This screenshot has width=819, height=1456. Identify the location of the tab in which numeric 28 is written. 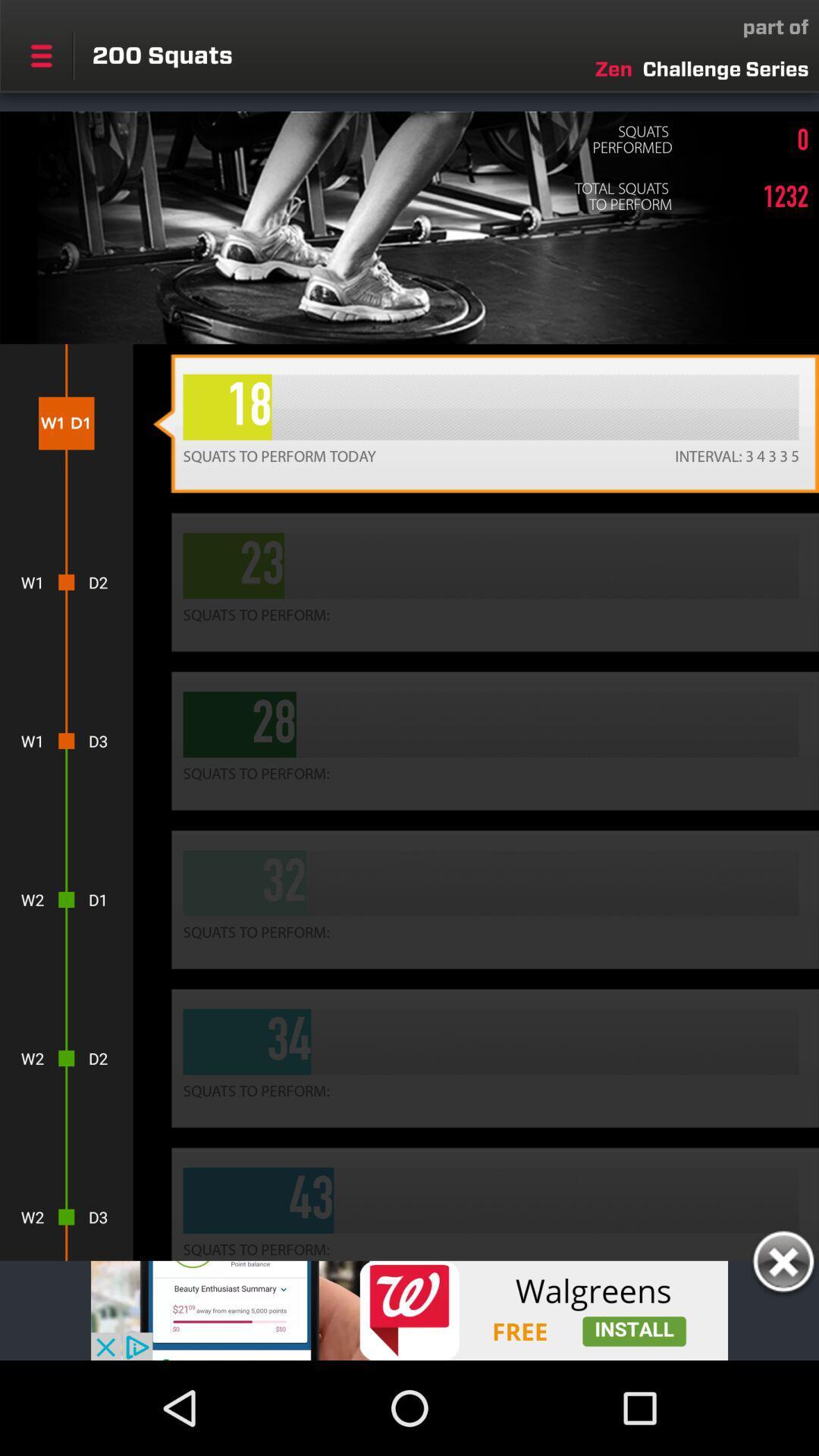
(485, 741).